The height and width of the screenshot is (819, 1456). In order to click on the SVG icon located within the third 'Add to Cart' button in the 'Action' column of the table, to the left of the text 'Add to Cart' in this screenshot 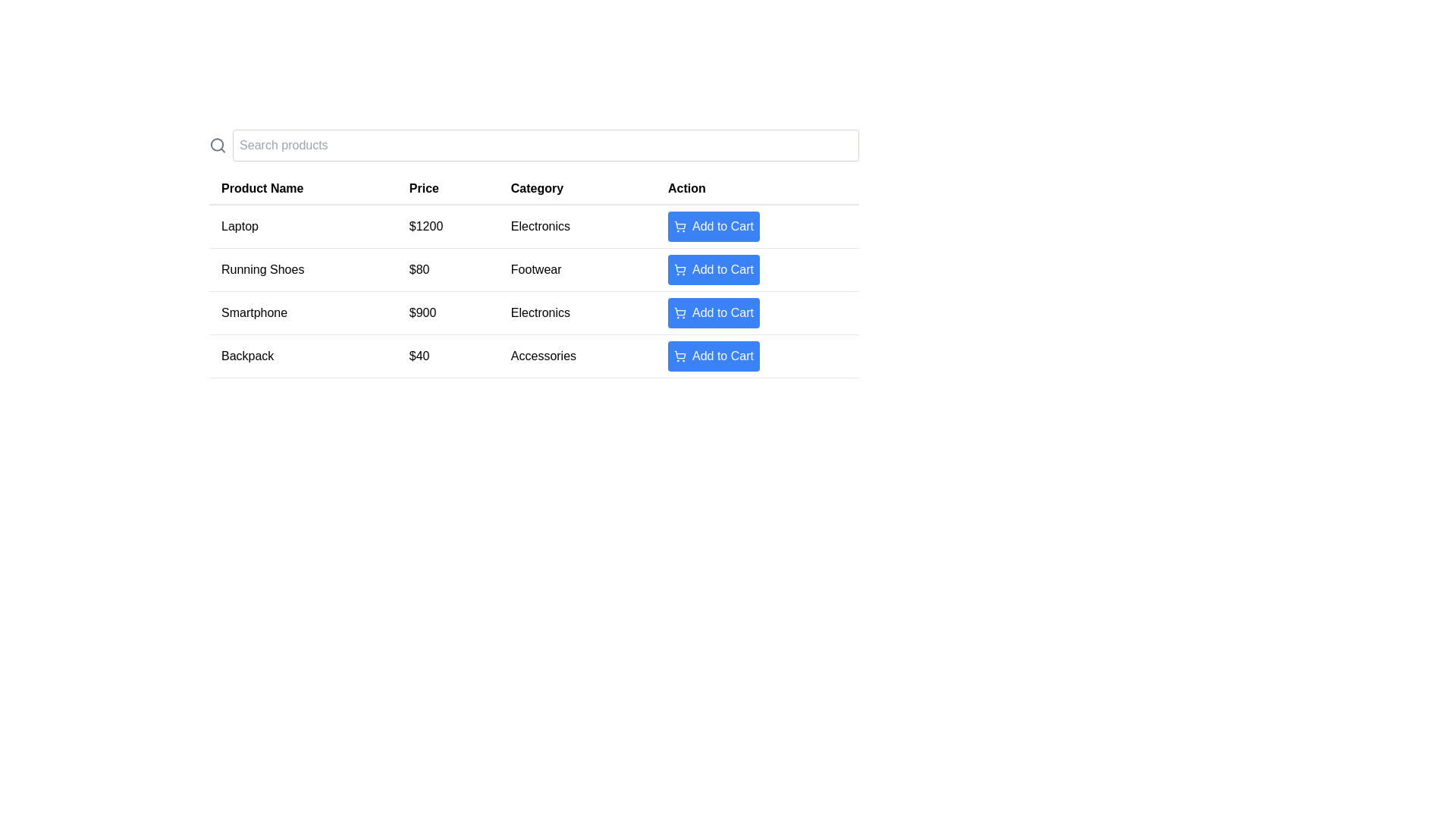, I will do `click(679, 312)`.